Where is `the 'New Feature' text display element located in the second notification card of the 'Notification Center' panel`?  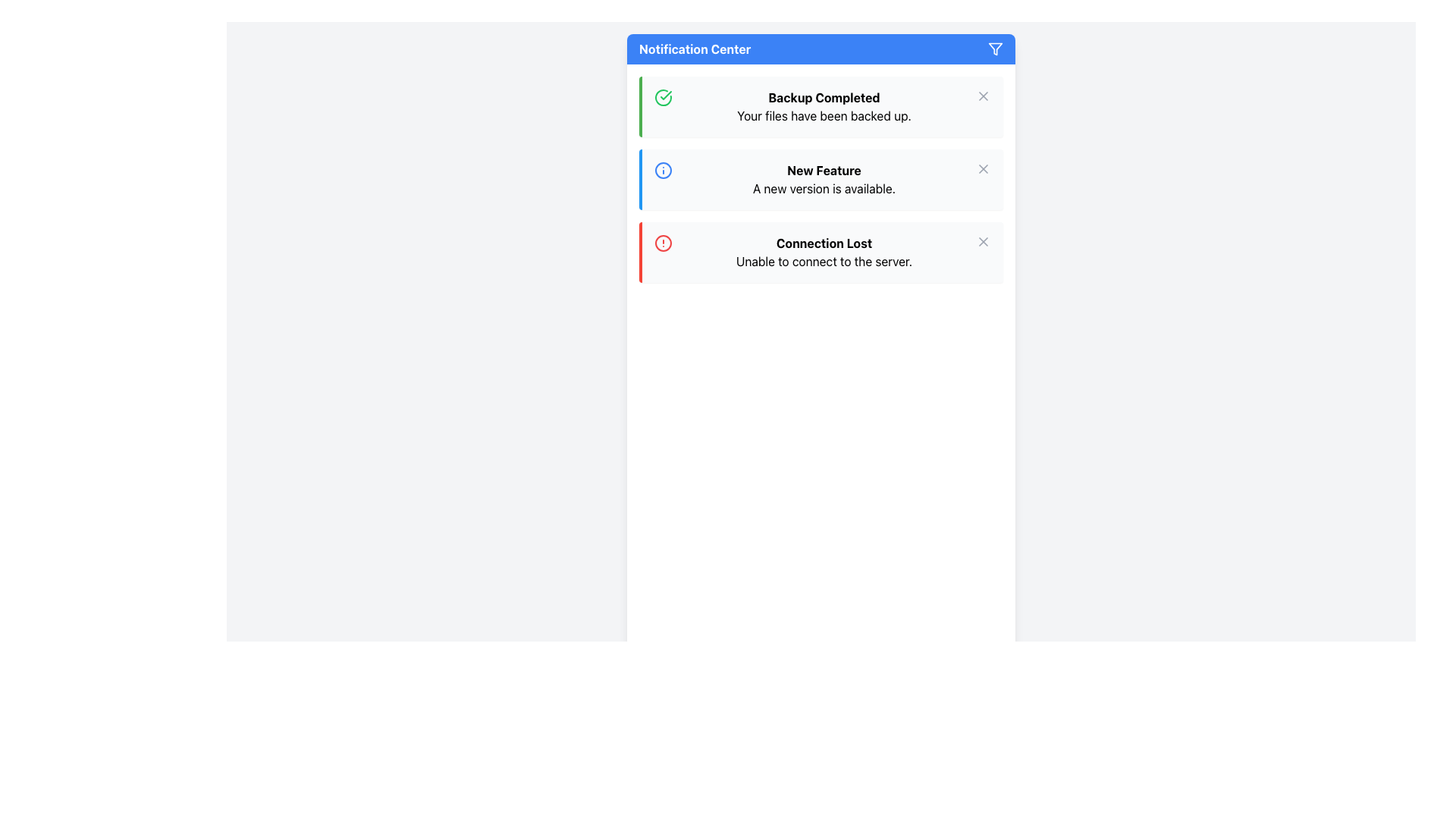 the 'New Feature' text display element located in the second notification card of the 'Notification Center' panel is located at coordinates (823, 178).